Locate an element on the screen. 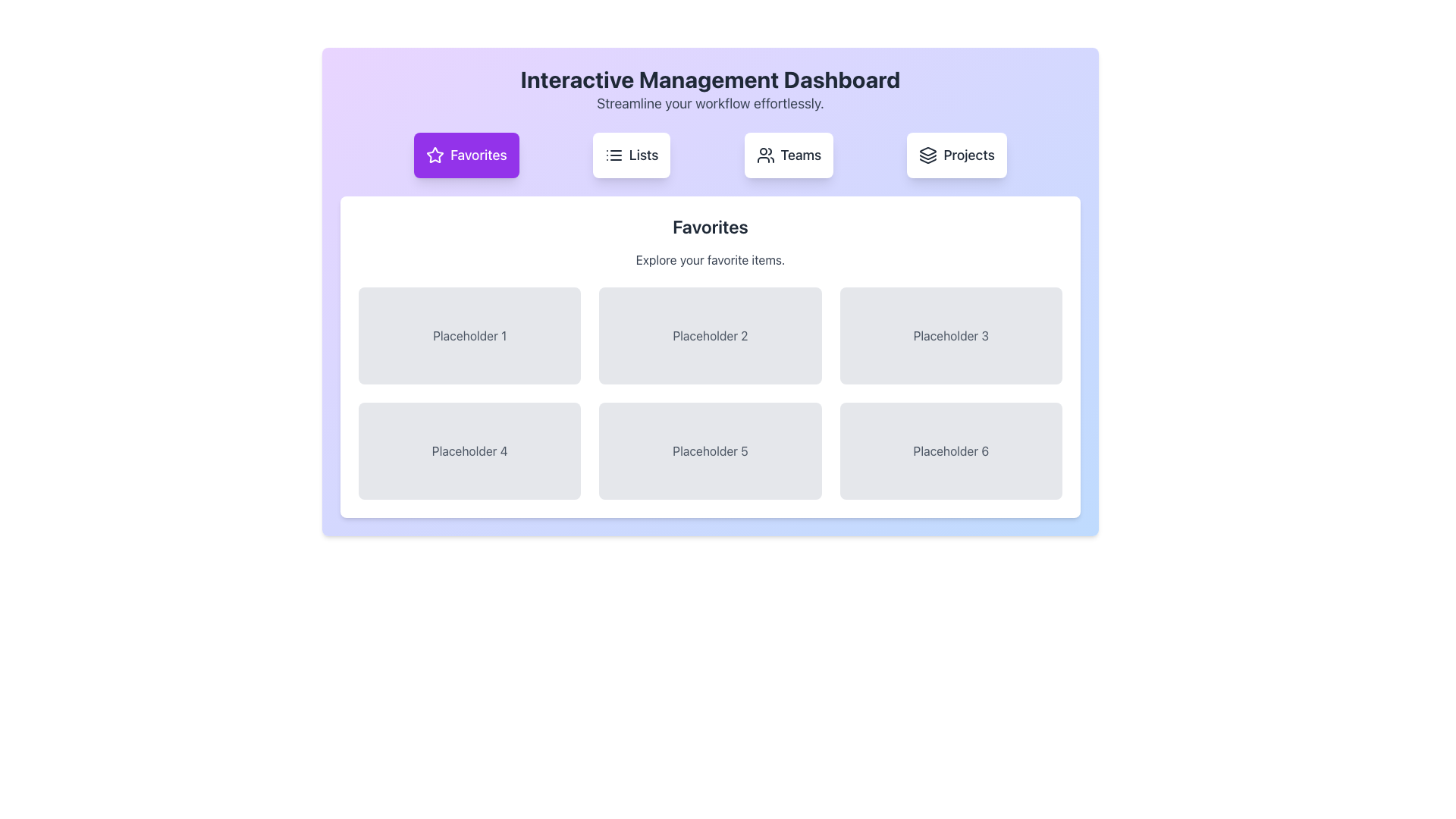 This screenshot has width=1456, height=819. the star-shaped icon located on the left side of the 'Favorites' button, which has a hollow center and a distinct border is located at coordinates (435, 155).